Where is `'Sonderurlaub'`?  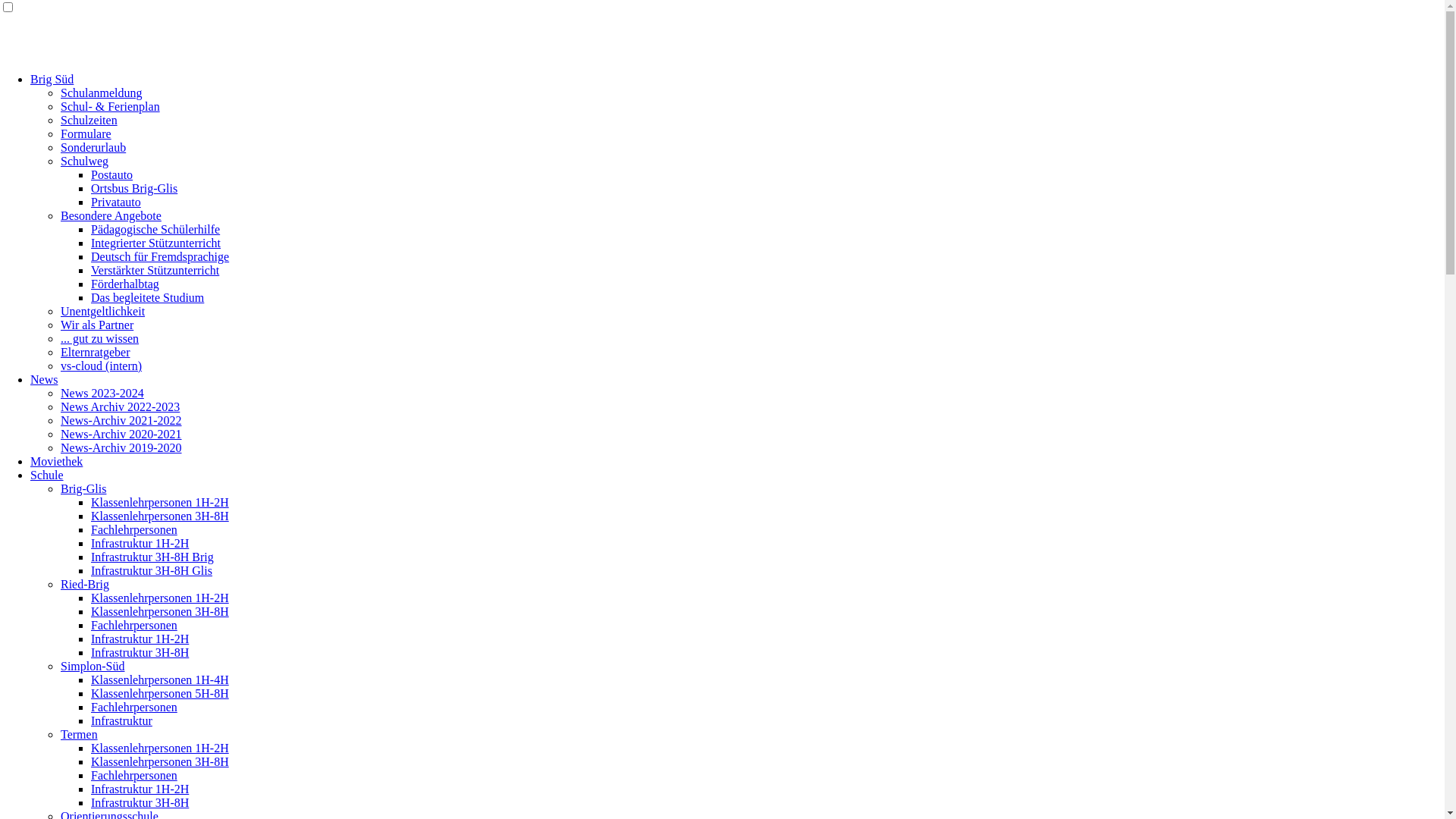 'Sonderurlaub' is located at coordinates (93, 147).